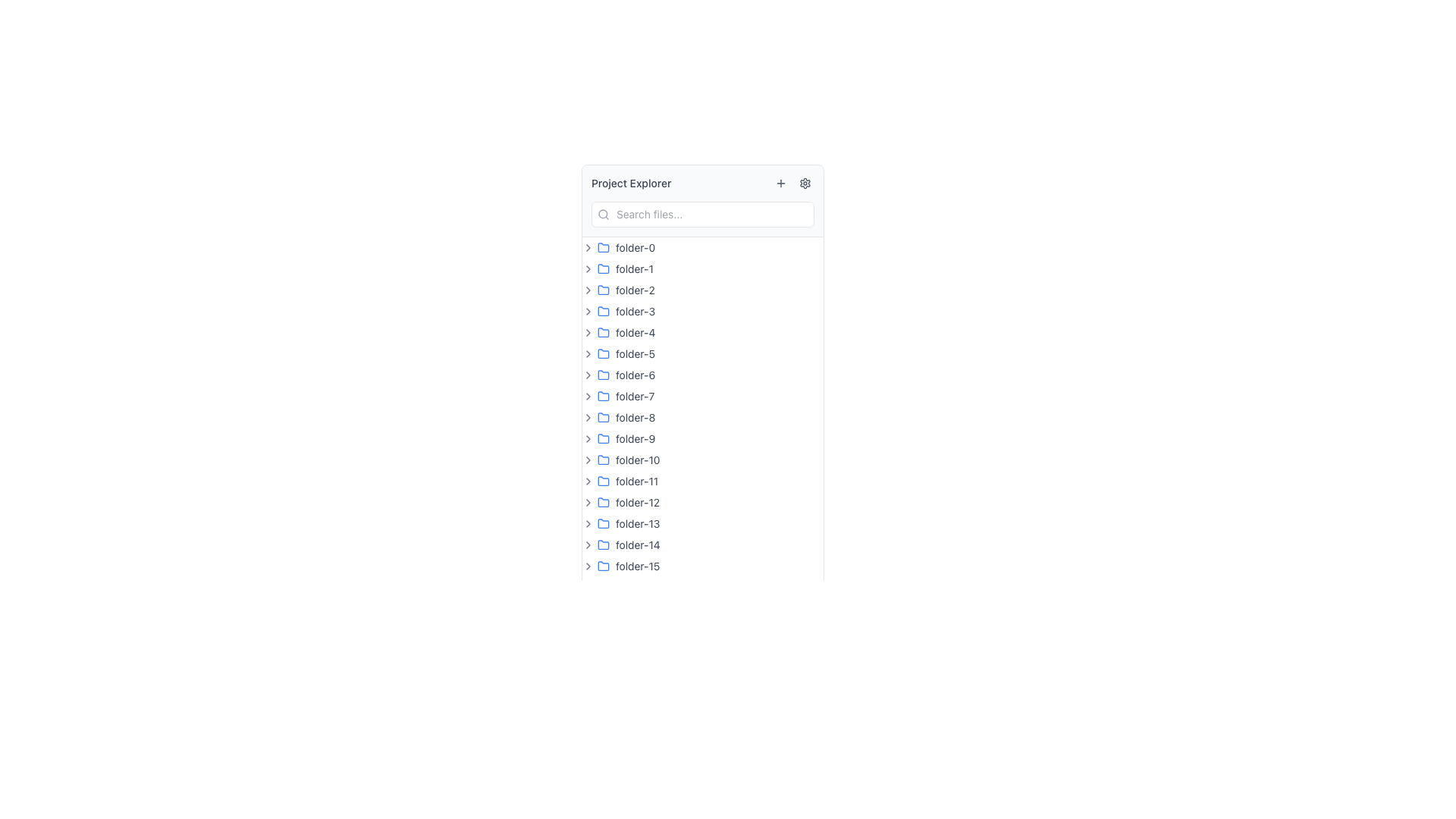 This screenshot has height=819, width=1456. What do you see at coordinates (638, 503) in the screenshot?
I see `the static text label for 'folder-12' in the navigation list to identify the folder` at bounding box center [638, 503].